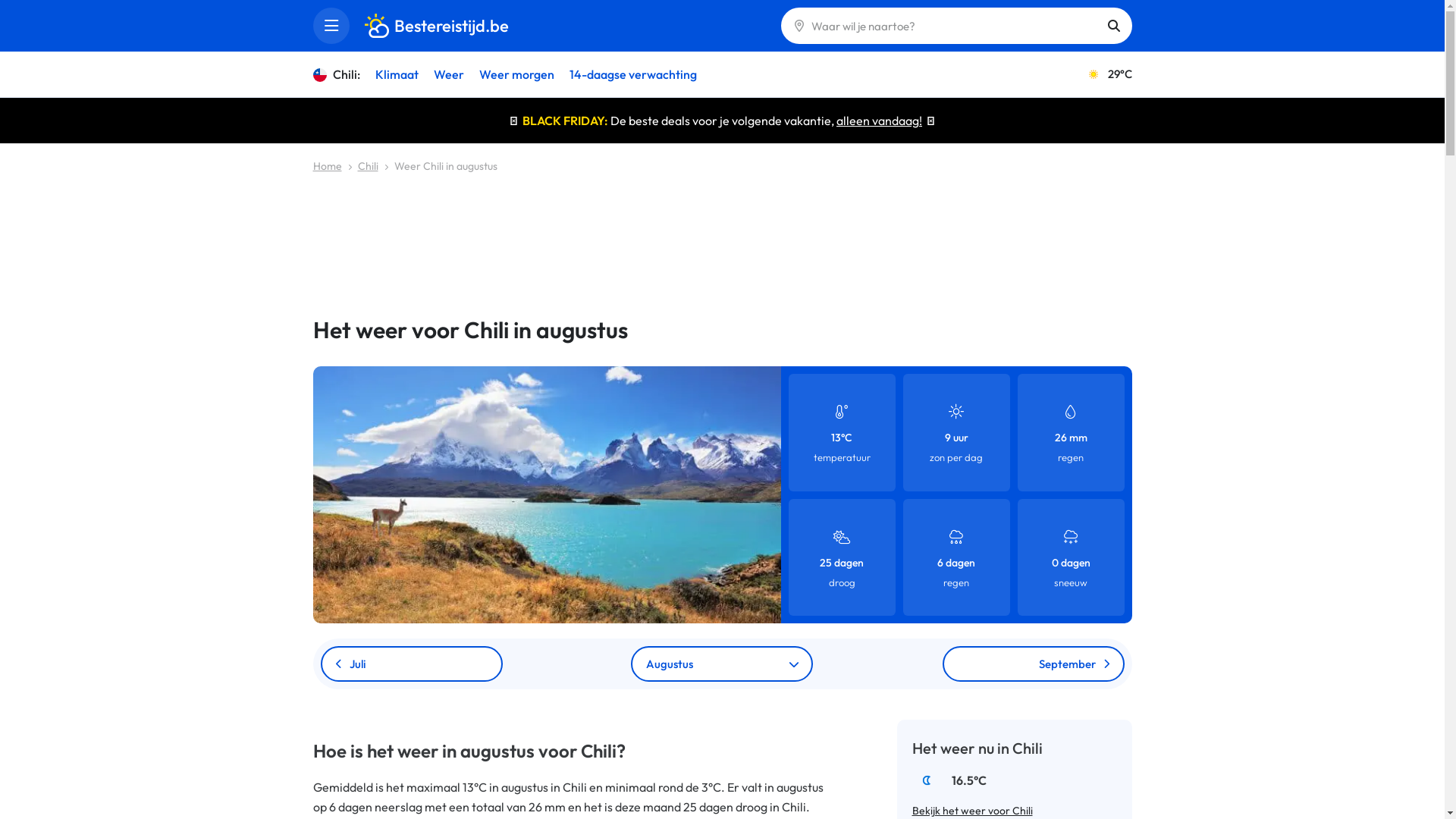 This screenshot has width=1456, height=819. Describe the element at coordinates (326, 166) in the screenshot. I see `'Home'` at that location.